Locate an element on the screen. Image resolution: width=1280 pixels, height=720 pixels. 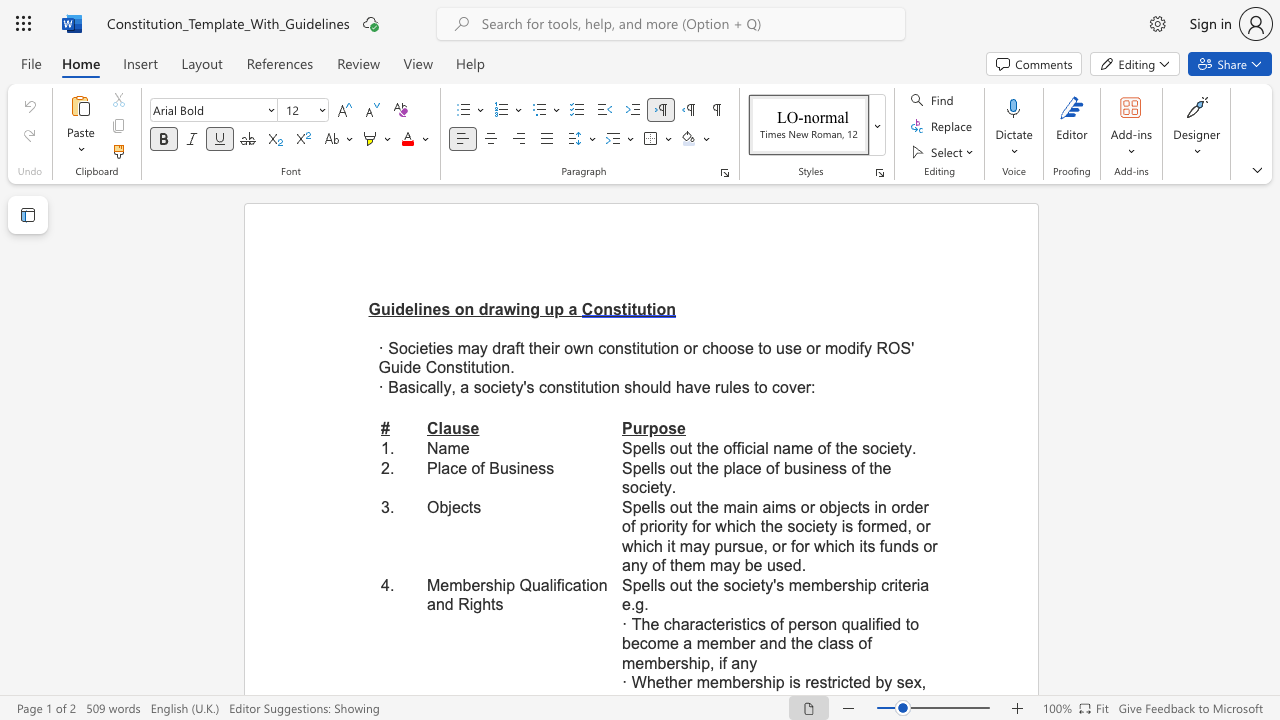
the subset text "y" within the text "Spells out the society" is located at coordinates (764, 585).